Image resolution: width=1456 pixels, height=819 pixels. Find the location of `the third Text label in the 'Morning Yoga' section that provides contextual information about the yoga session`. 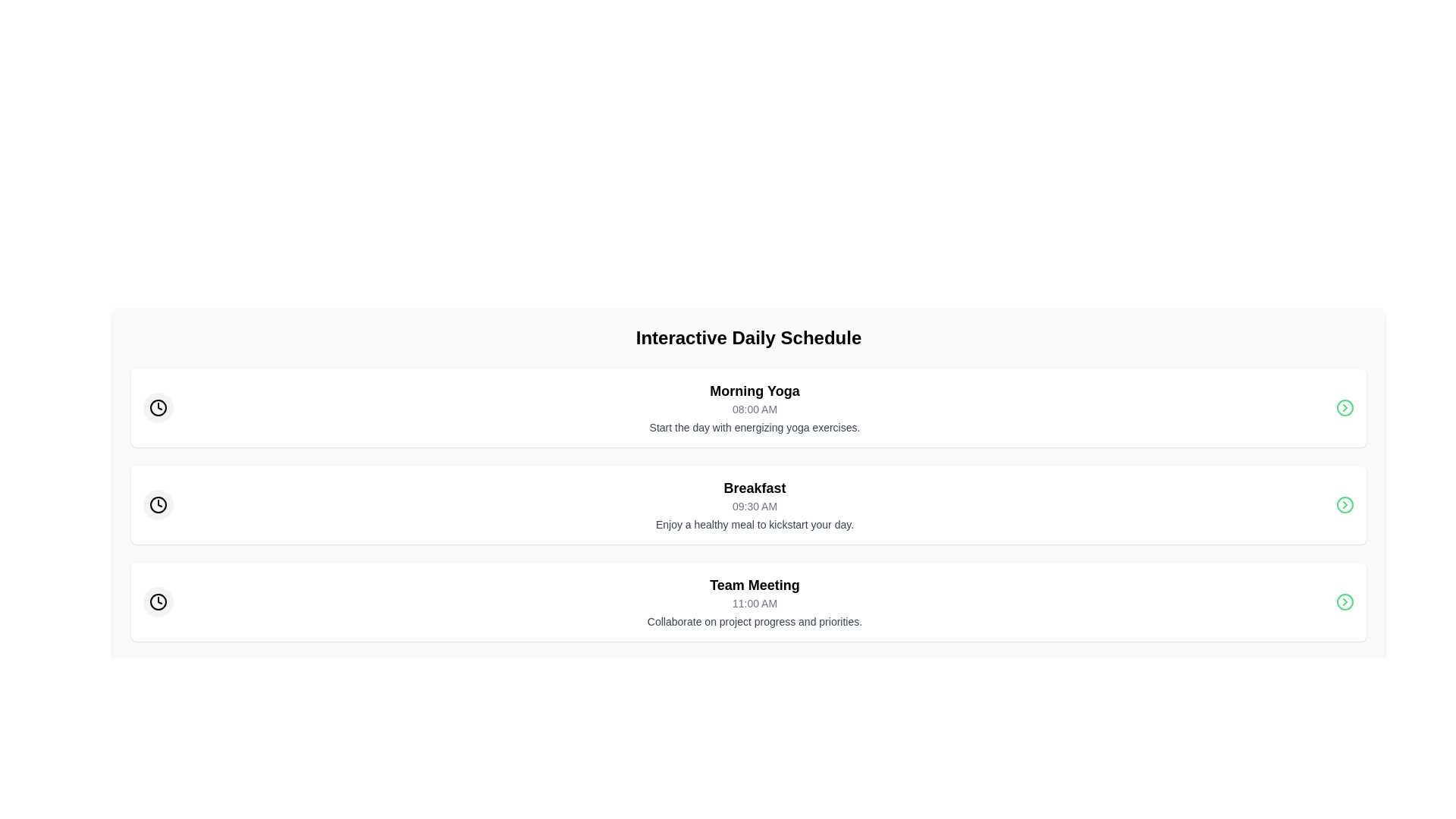

the third Text label in the 'Morning Yoga' section that provides contextual information about the yoga session is located at coordinates (755, 427).